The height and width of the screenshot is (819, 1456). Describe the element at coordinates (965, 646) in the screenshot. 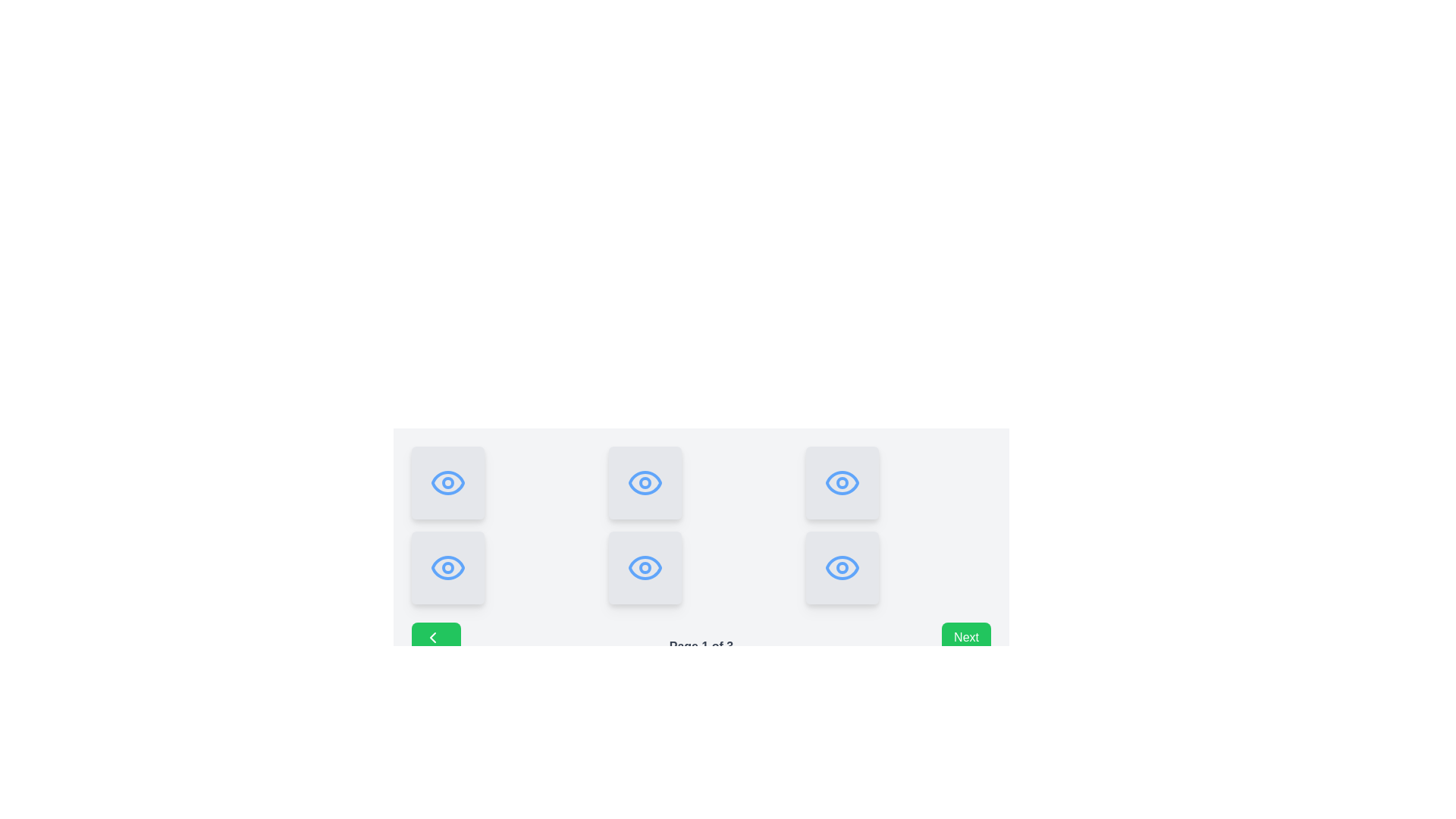

I see `the green 'Next' button with rounded corners that contains the text 'Next' and a right-pointing chevron icon to observe any hover effects` at that location.